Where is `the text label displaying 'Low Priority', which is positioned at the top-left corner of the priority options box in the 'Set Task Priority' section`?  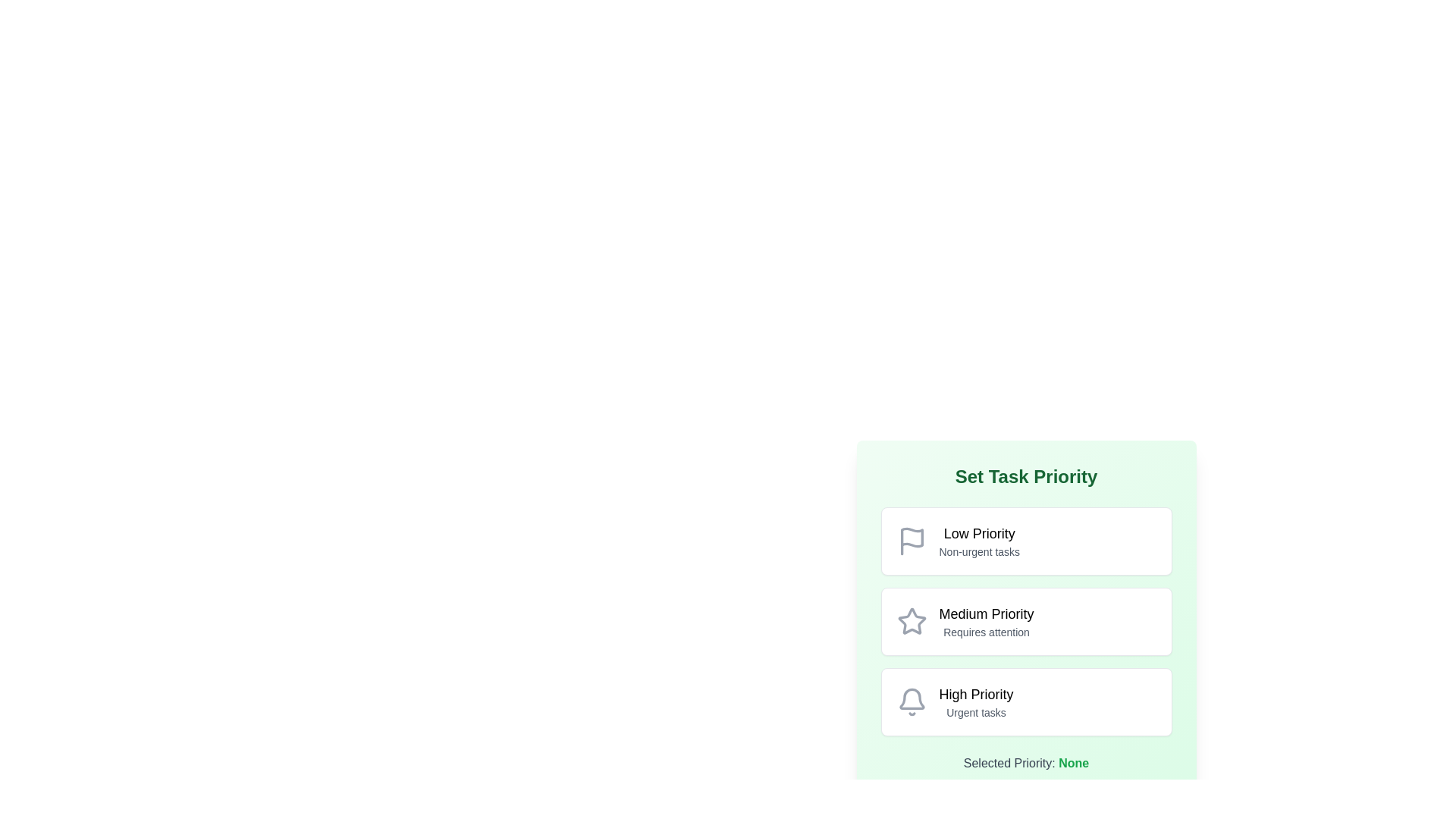
the text label displaying 'Low Priority', which is positioned at the top-left corner of the priority options box in the 'Set Task Priority' section is located at coordinates (979, 533).